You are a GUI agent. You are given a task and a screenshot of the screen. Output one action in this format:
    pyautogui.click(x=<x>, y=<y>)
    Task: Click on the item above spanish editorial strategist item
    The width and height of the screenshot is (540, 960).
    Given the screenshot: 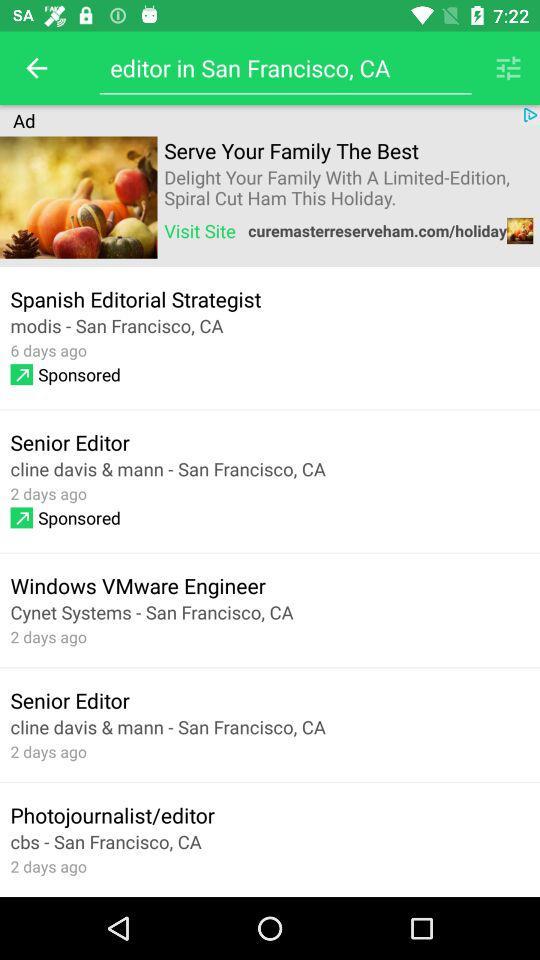 What is the action you would take?
    pyautogui.click(x=200, y=230)
    